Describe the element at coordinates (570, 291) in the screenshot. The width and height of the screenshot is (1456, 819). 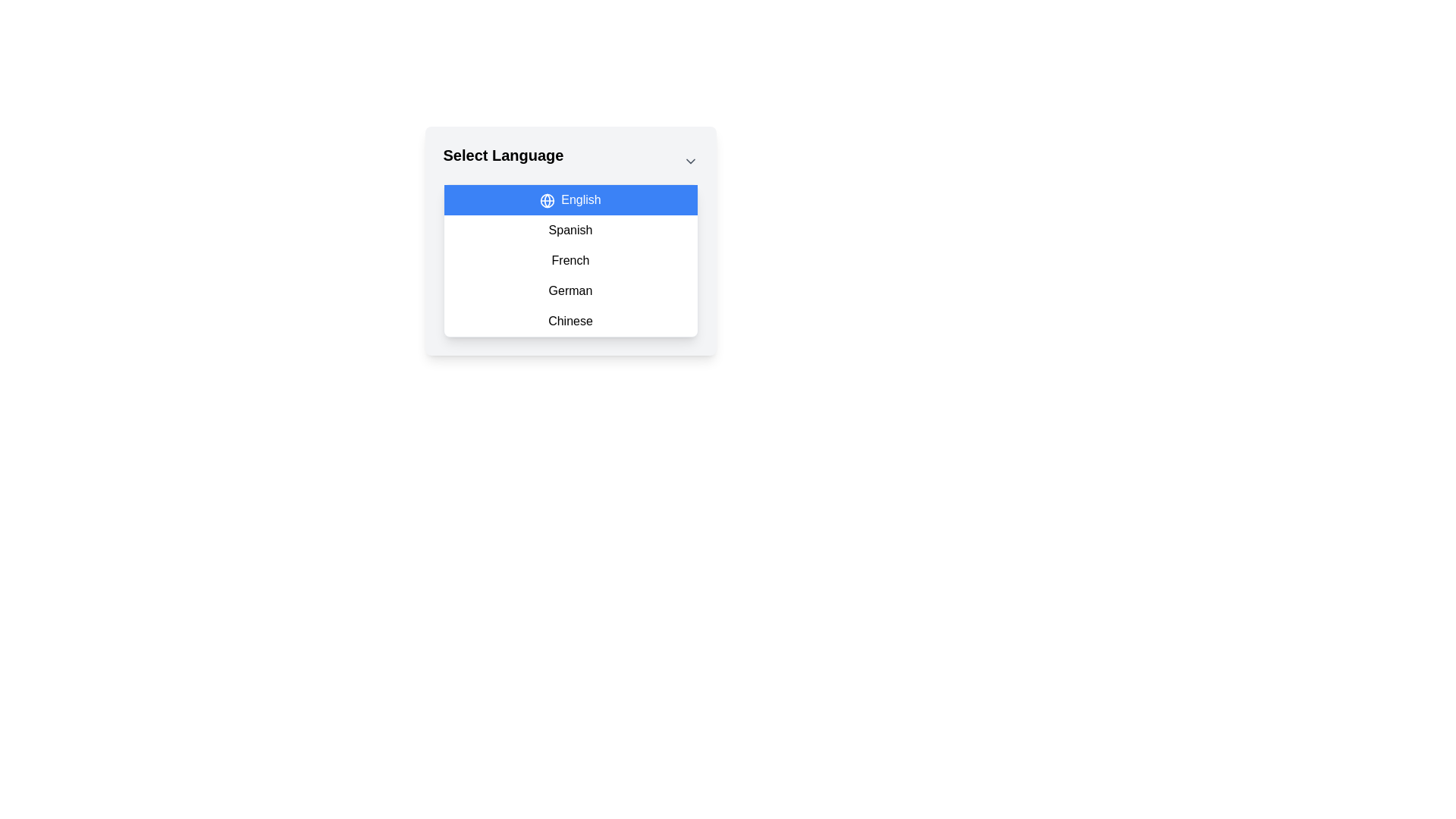
I see `the selectable text item 'German' in the dropdown menu` at that location.